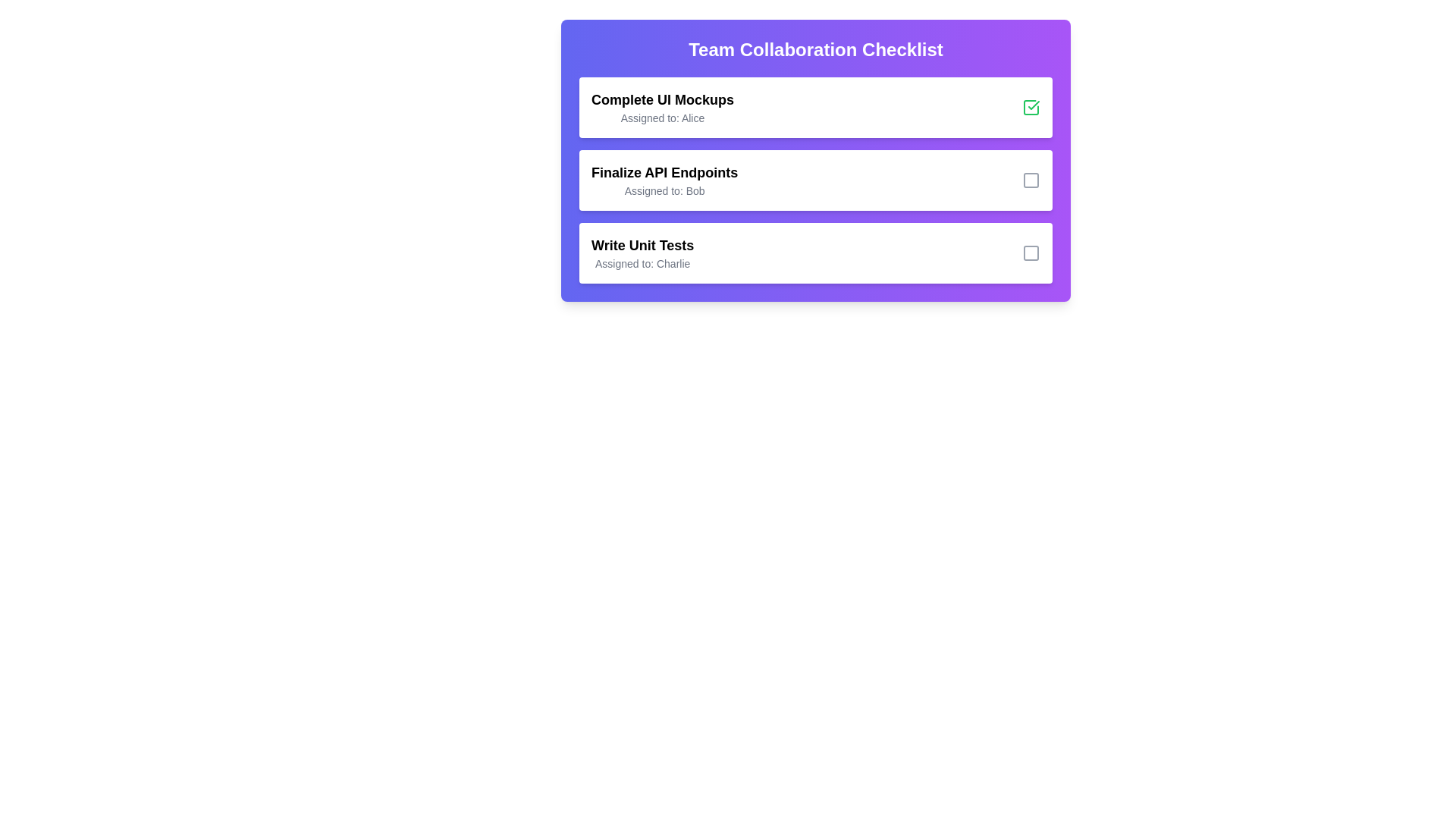 This screenshot has height=819, width=1456. What do you see at coordinates (662, 99) in the screenshot?
I see `the text label reading 'Complete UI Mockups' that is styled in bold and located at the top of the card-like component` at bounding box center [662, 99].